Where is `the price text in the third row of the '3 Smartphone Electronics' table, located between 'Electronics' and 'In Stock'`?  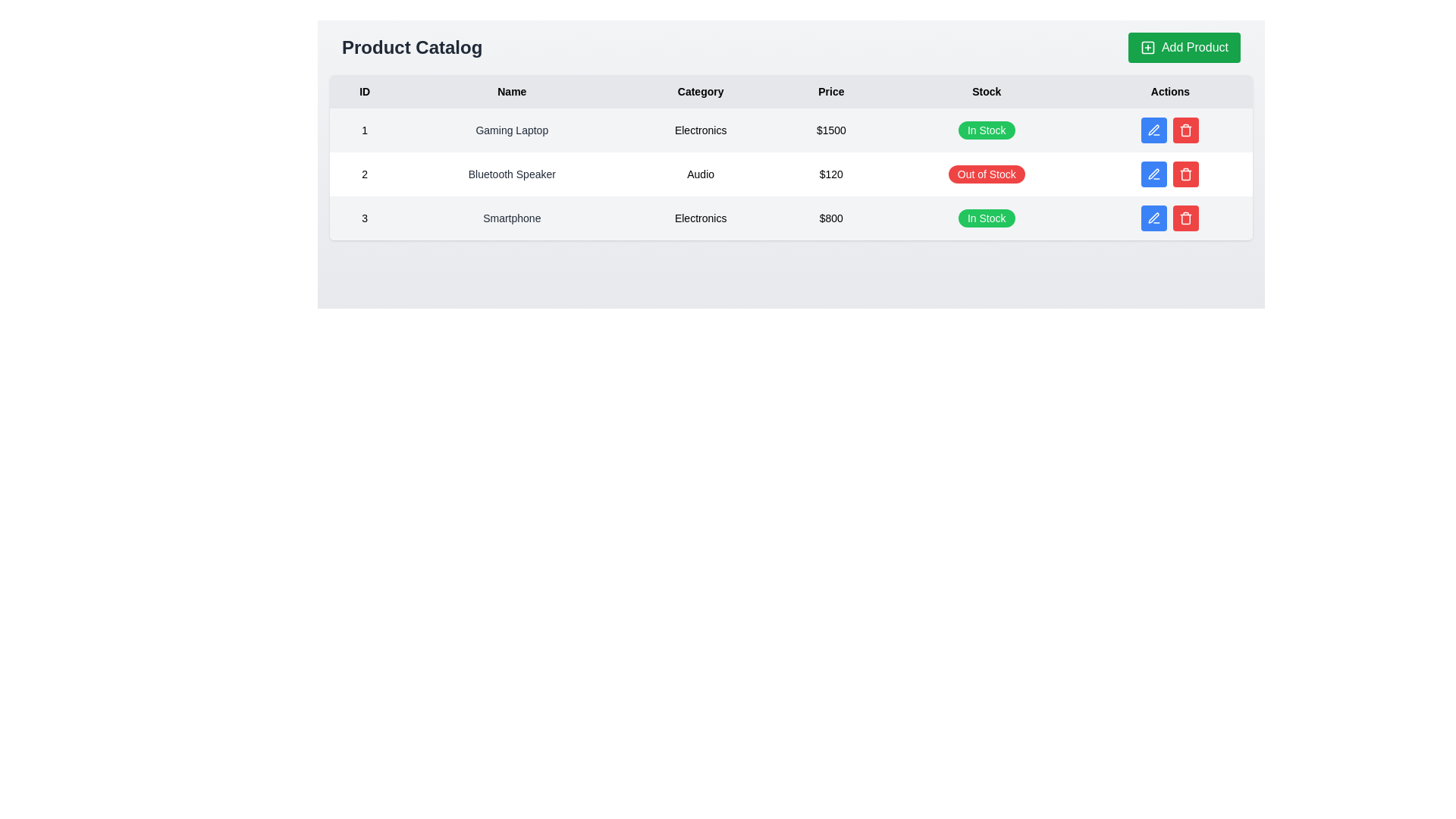
the price text in the third row of the '3 Smartphone Electronics' table, located between 'Electronics' and 'In Stock' is located at coordinates (830, 218).